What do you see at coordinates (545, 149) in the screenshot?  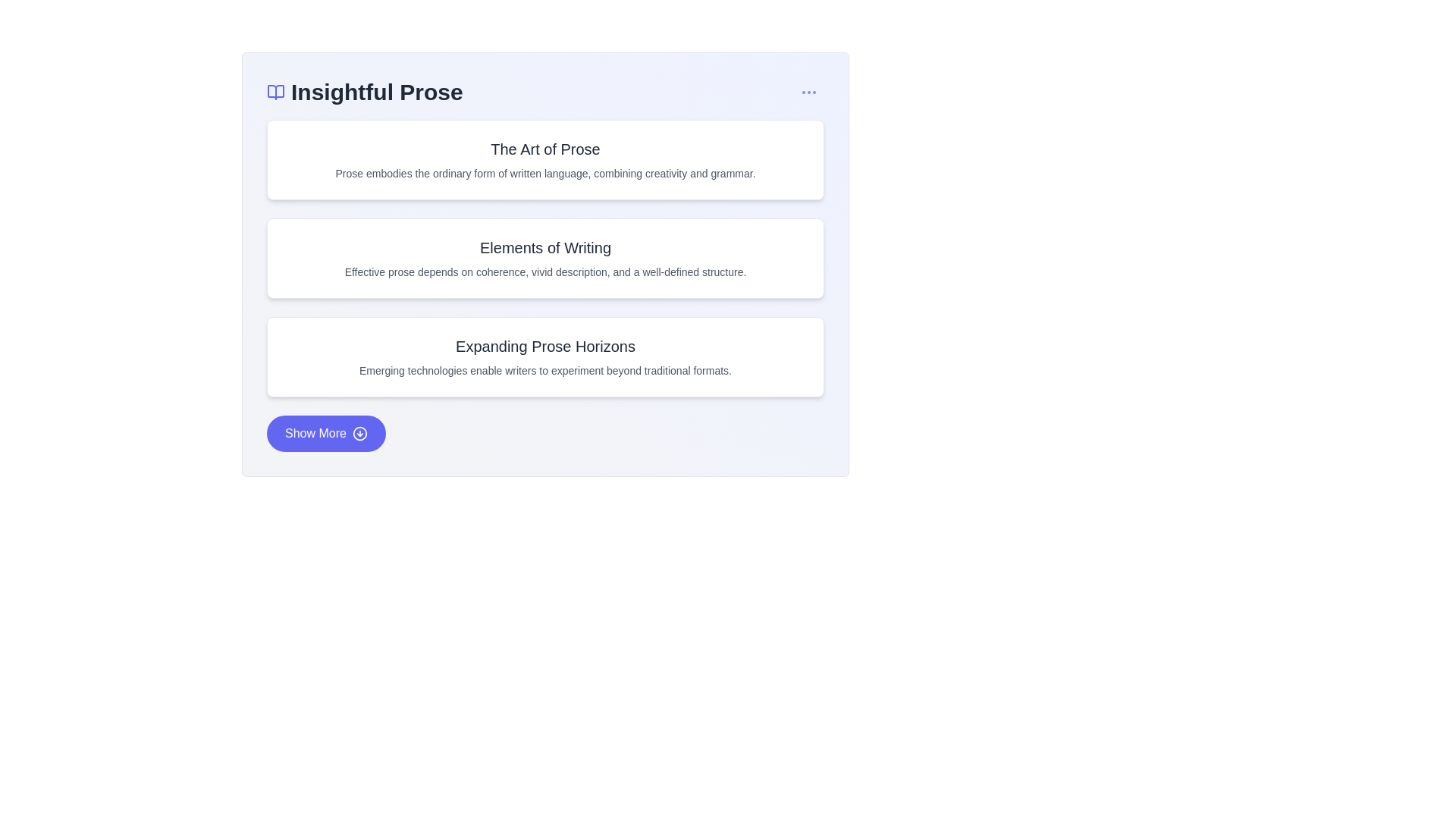 I see `the static text heading titled 'The Art of Prose', which is displayed in dark gray with a bold font at the top of a card-like section` at bounding box center [545, 149].